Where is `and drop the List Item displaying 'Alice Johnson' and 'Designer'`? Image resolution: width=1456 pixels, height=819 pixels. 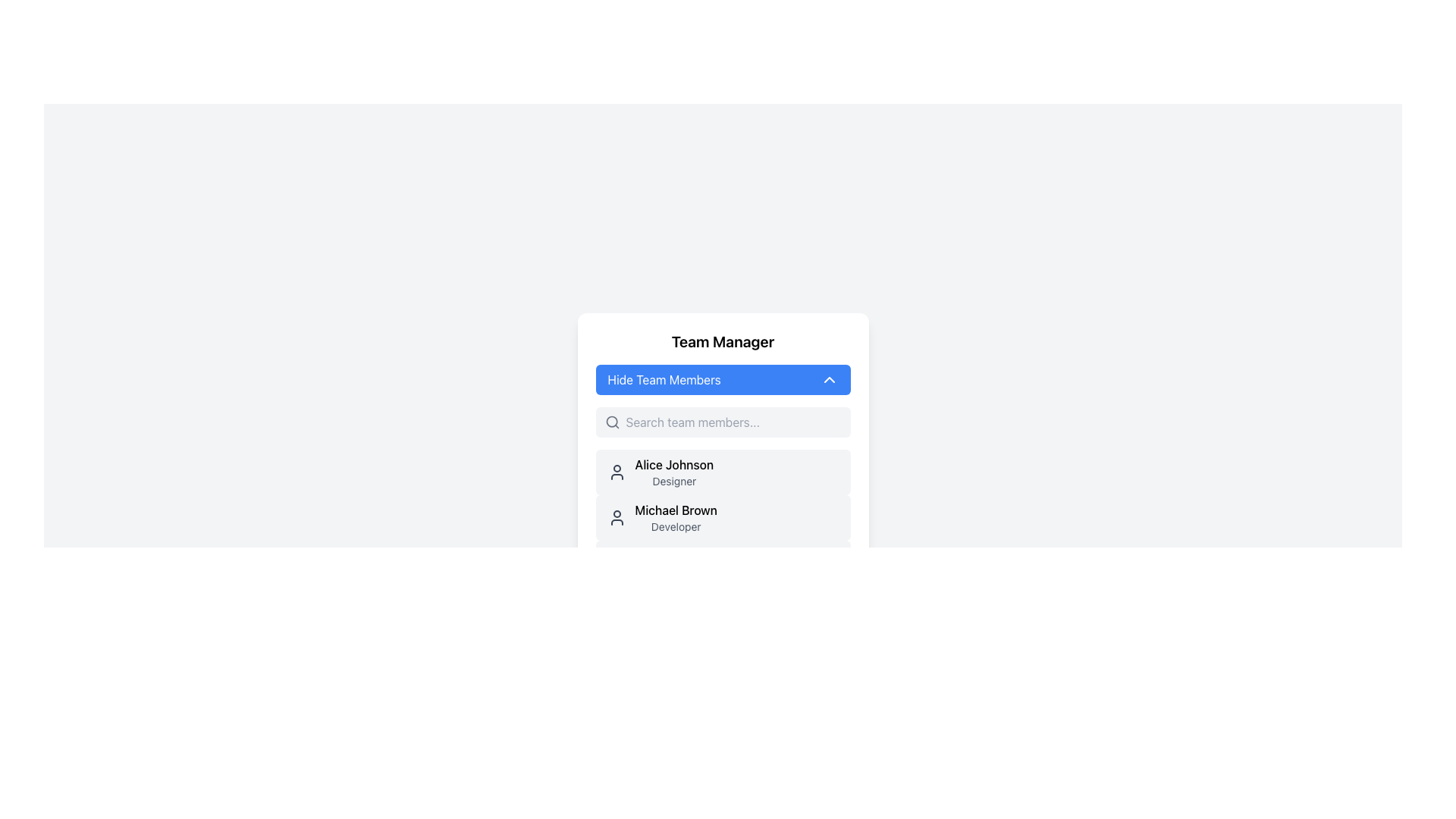
and drop the List Item displaying 'Alice Johnson' and 'Designer' is located at coordinates (661, 472).